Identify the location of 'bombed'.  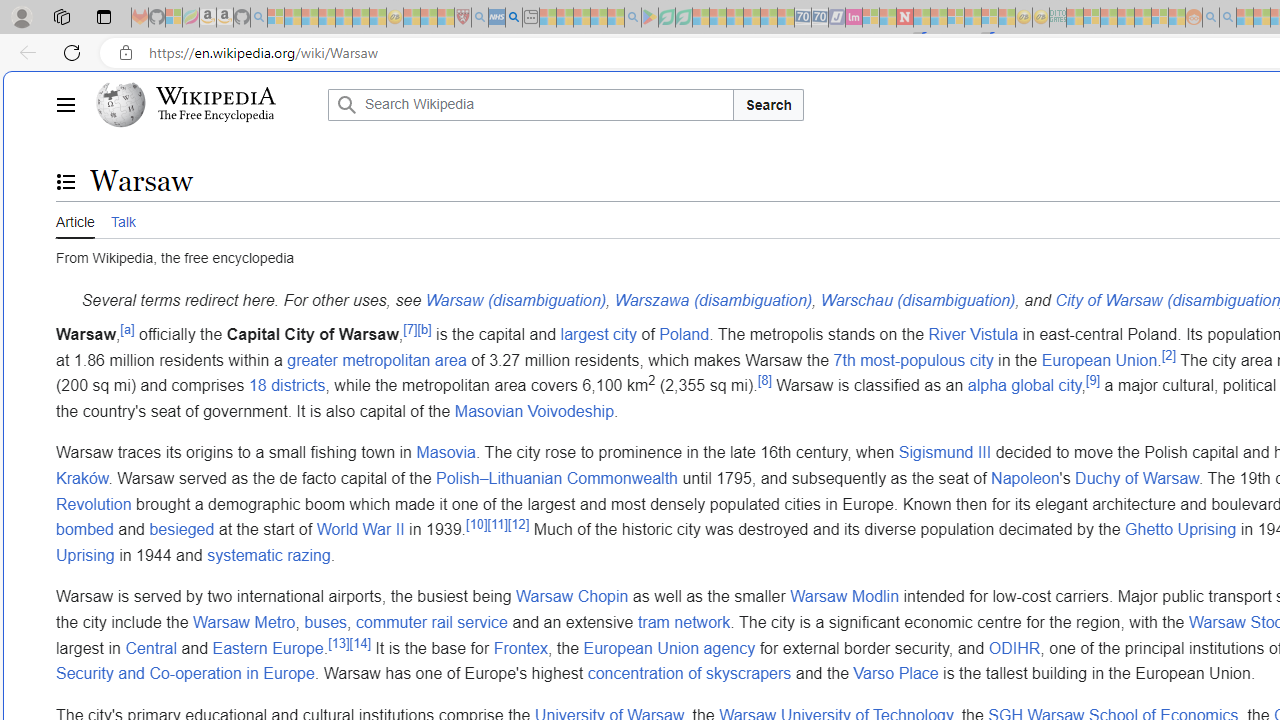
(84, 529).